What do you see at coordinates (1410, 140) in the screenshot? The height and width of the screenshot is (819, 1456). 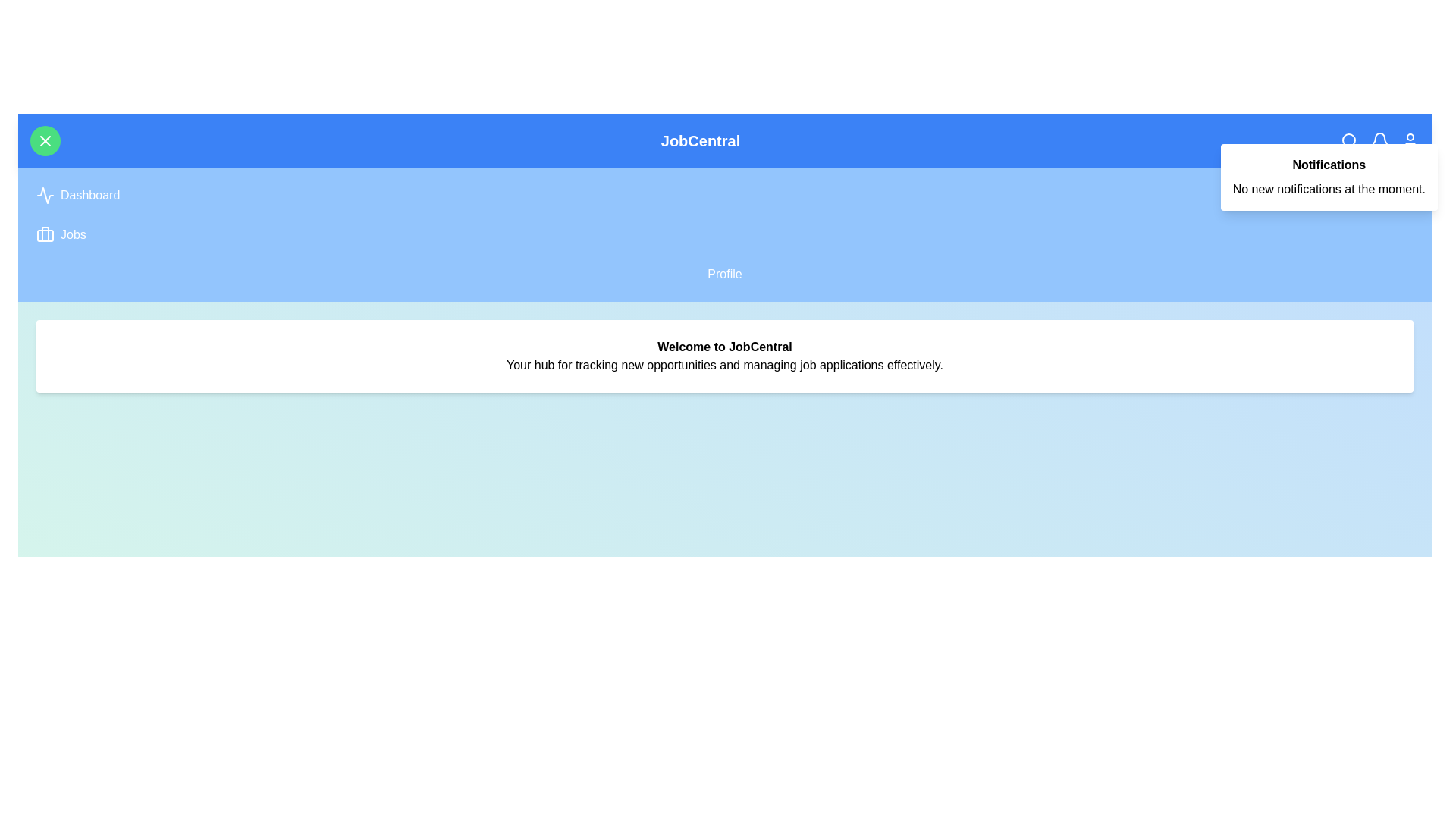 I see `the user profile icon in the navigation bar` at bounding box center [1410, 140].